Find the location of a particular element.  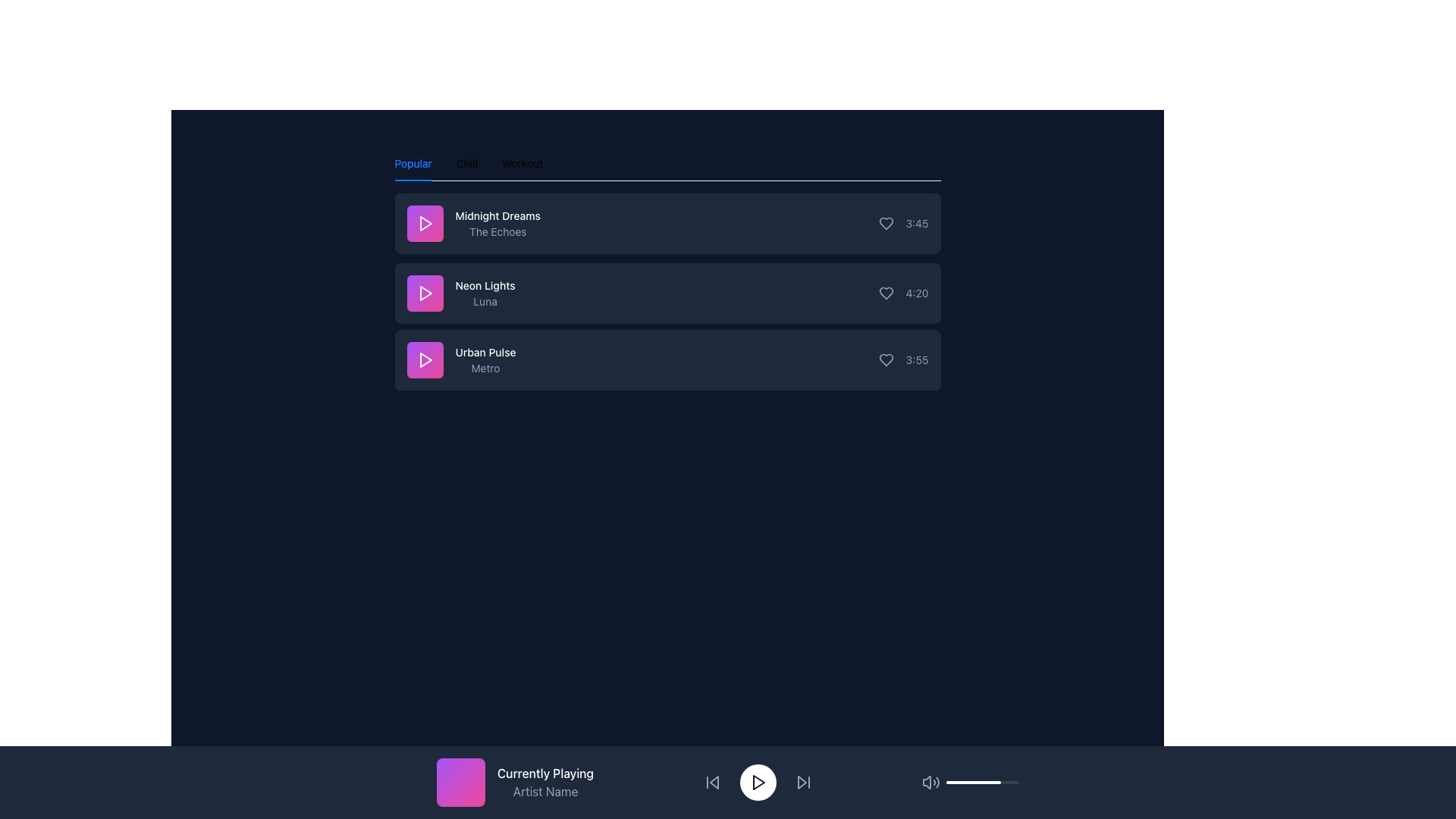

the third tab in the horizontal tab list that filters or displays content associated with 'Workout' is located at coordinates (522, 164).